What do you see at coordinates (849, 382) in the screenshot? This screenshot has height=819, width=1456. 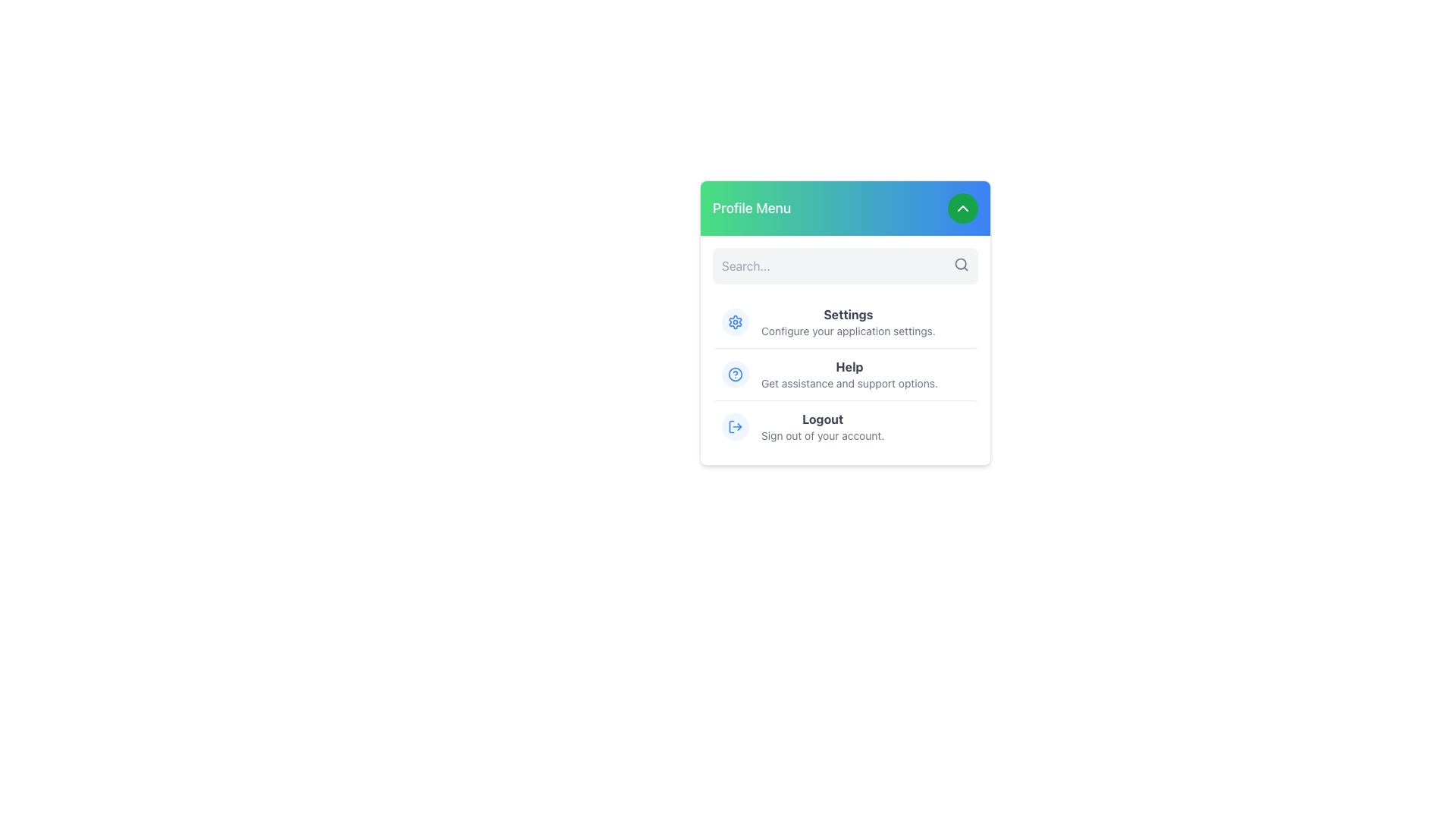 I see `the text label displaying 'Get assistance and support options.' located below the 'Help' label in the profile menu` at bounding box center [849, 382].